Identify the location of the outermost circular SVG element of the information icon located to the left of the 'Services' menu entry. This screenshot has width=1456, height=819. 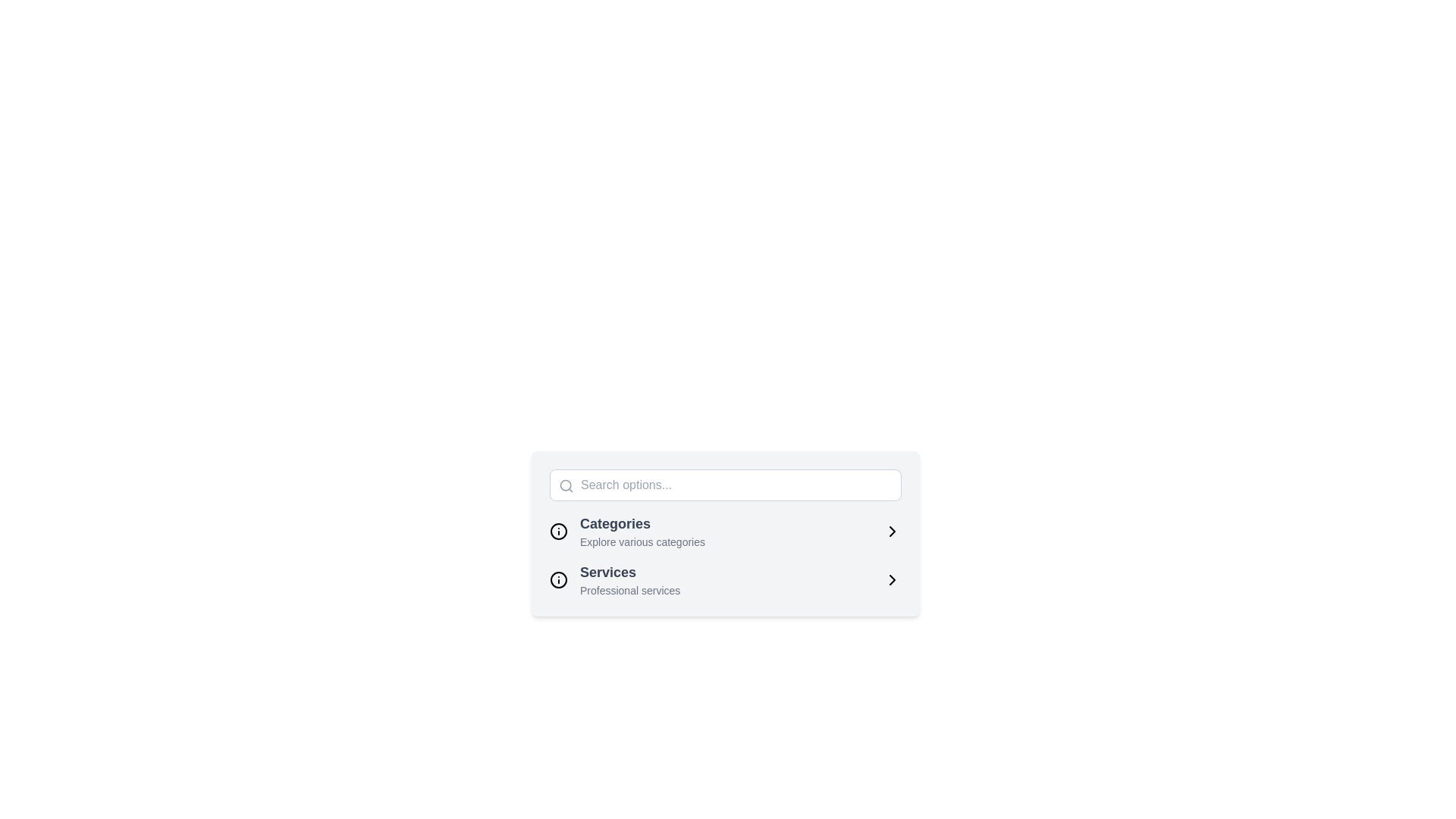
(558, 531).